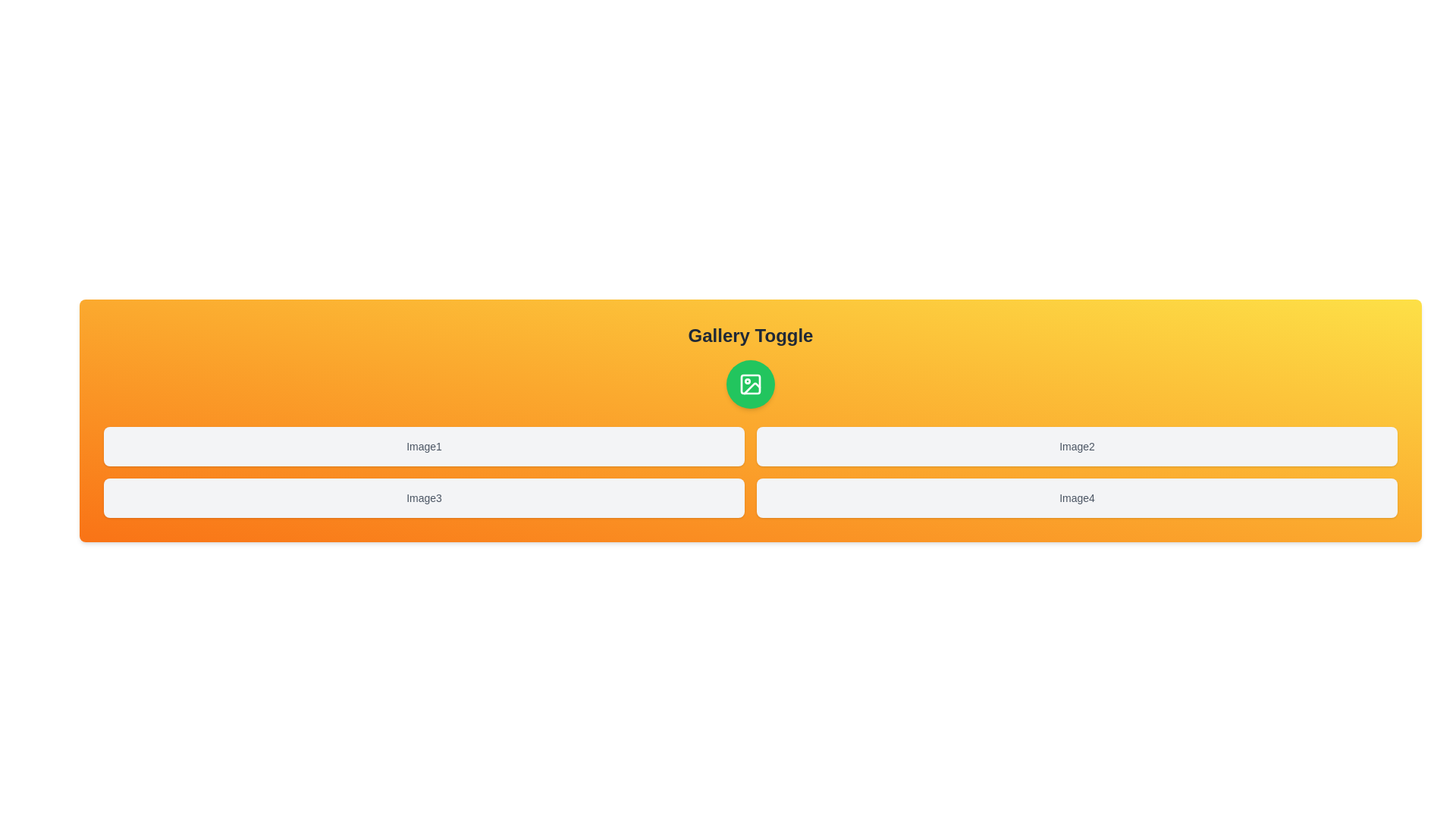 This screenshot has height=819, width=1456. What do you see at coordinates (750, 383) in the screenshot?
I see `button with the image icon to toggle the gallery display` at bounding box center [750, 383].